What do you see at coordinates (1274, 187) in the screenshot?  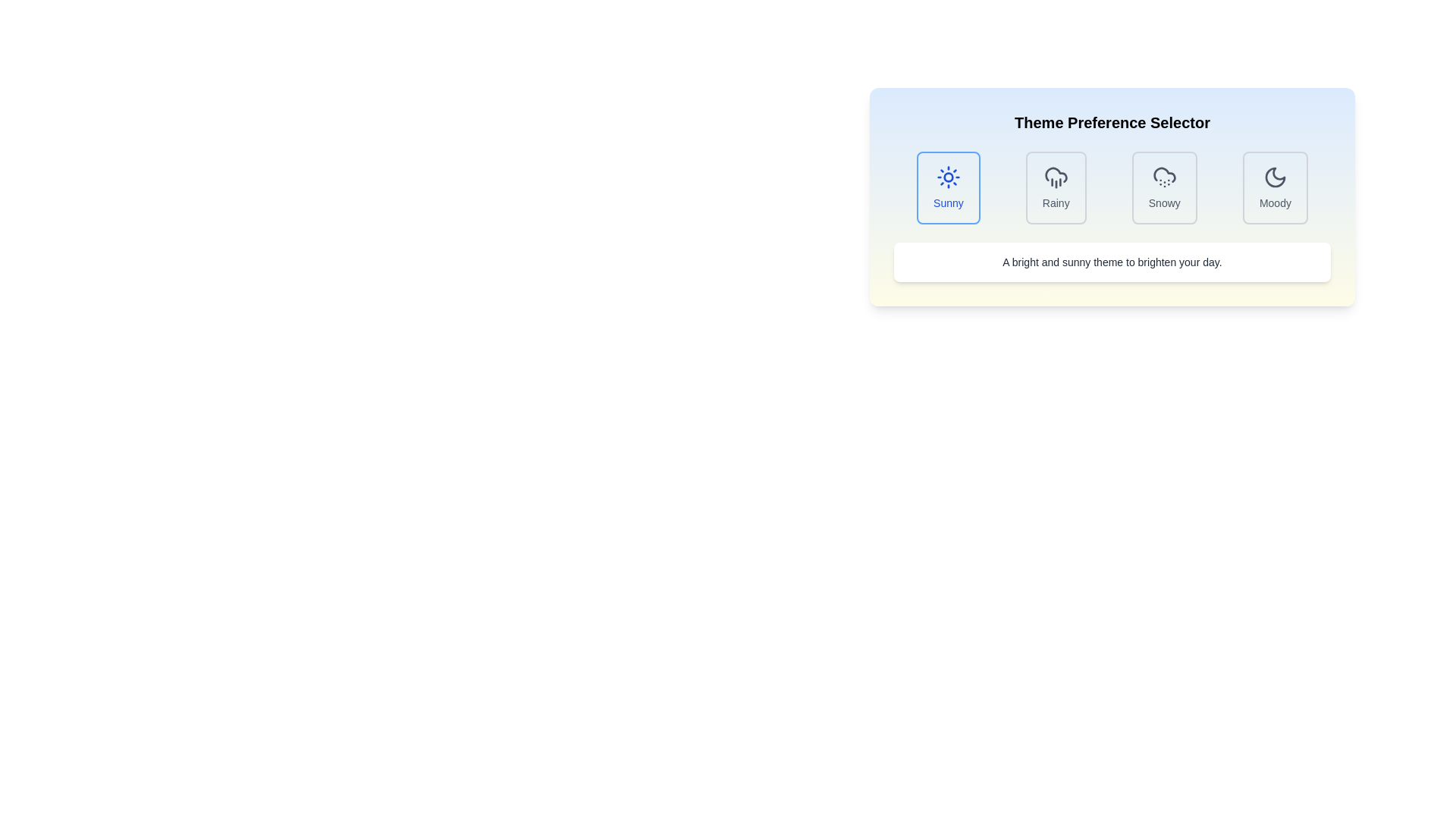 I see `the theme Moody by clicking on the corresponding button` at bounding box center [1274, 187].